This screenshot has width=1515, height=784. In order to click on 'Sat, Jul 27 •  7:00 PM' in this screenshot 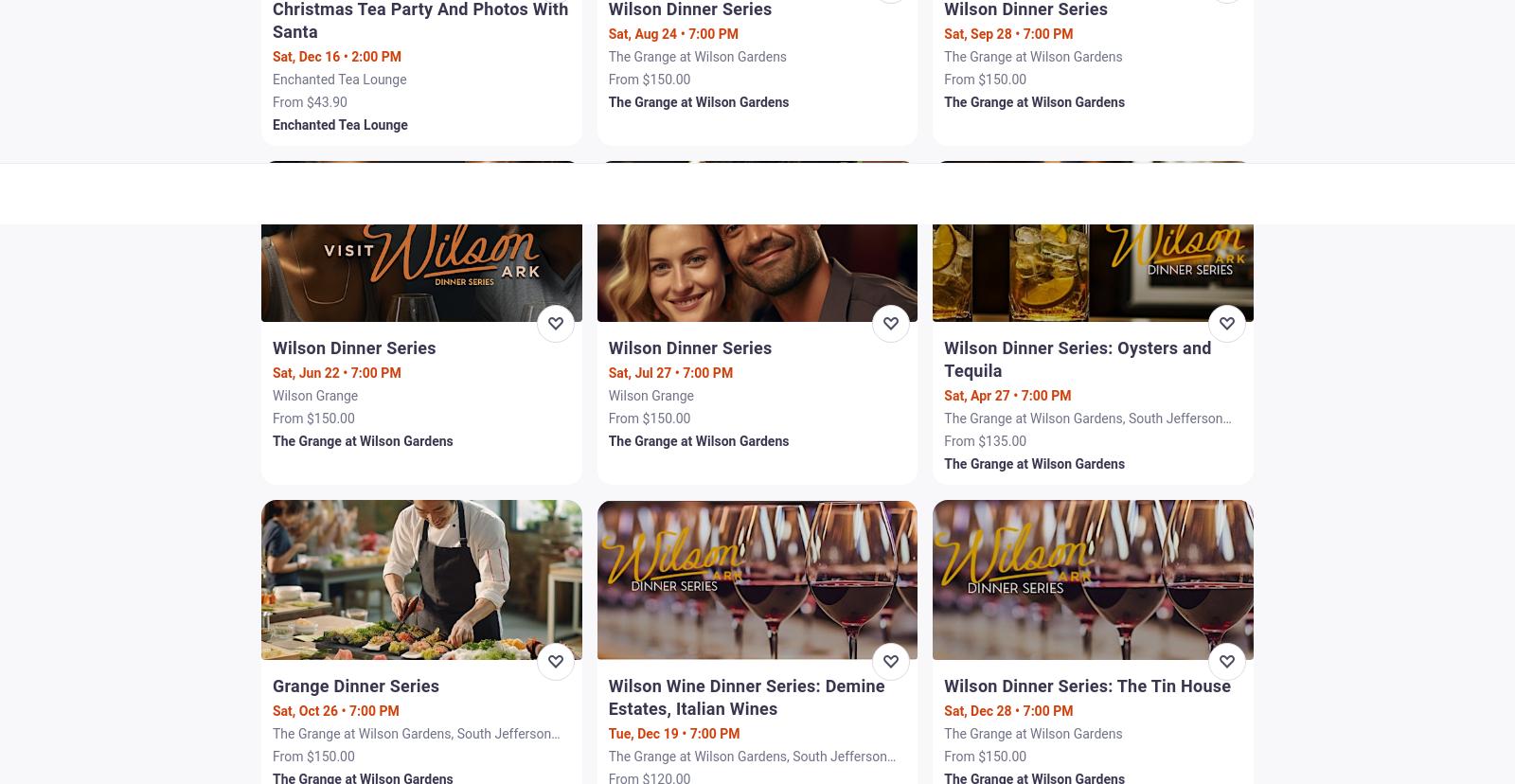, I will do `click(607, 370)`.